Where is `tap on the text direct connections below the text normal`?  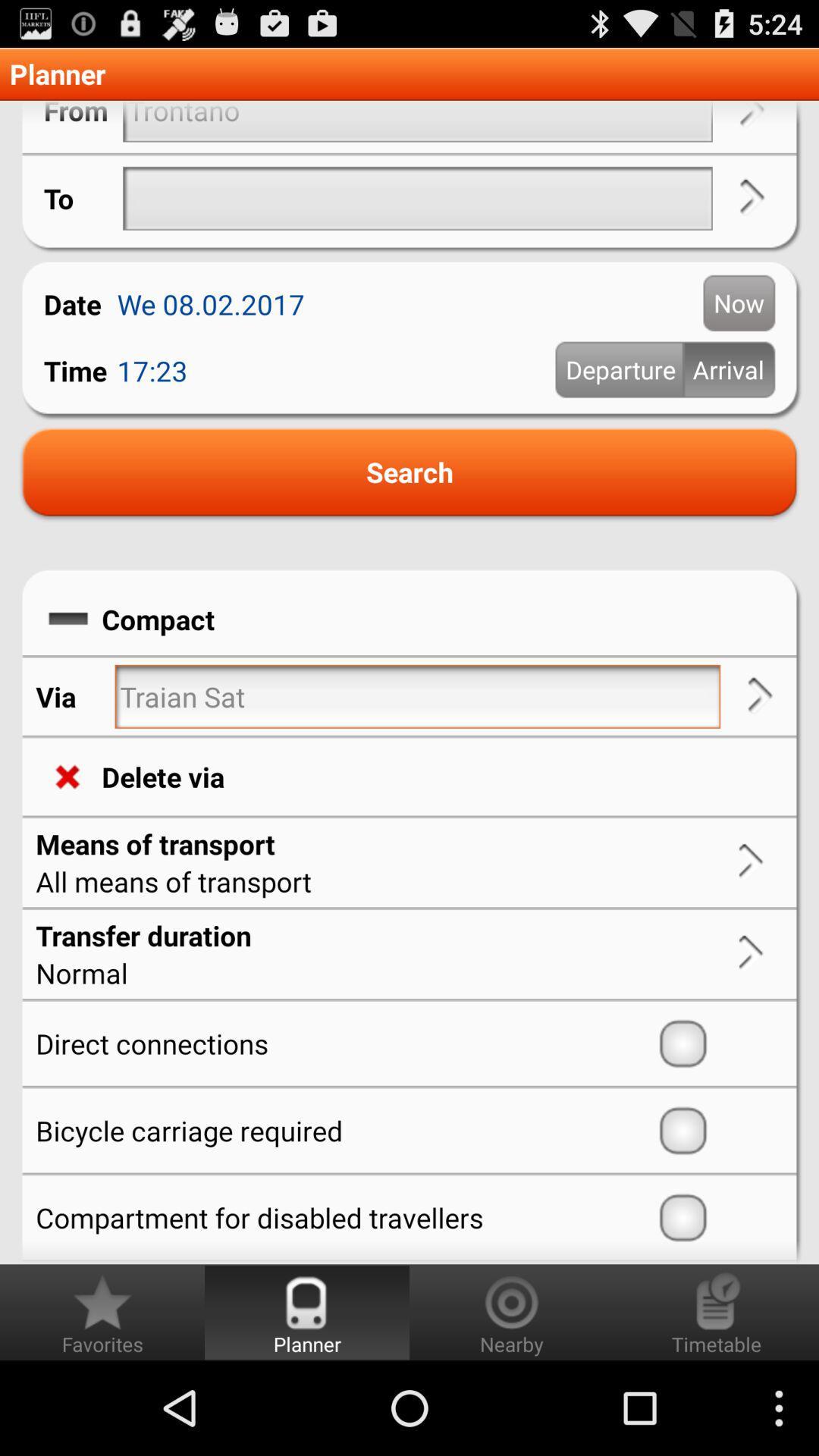
tap on the text direct connections below the text normal is located at coordinates (343, 1043).